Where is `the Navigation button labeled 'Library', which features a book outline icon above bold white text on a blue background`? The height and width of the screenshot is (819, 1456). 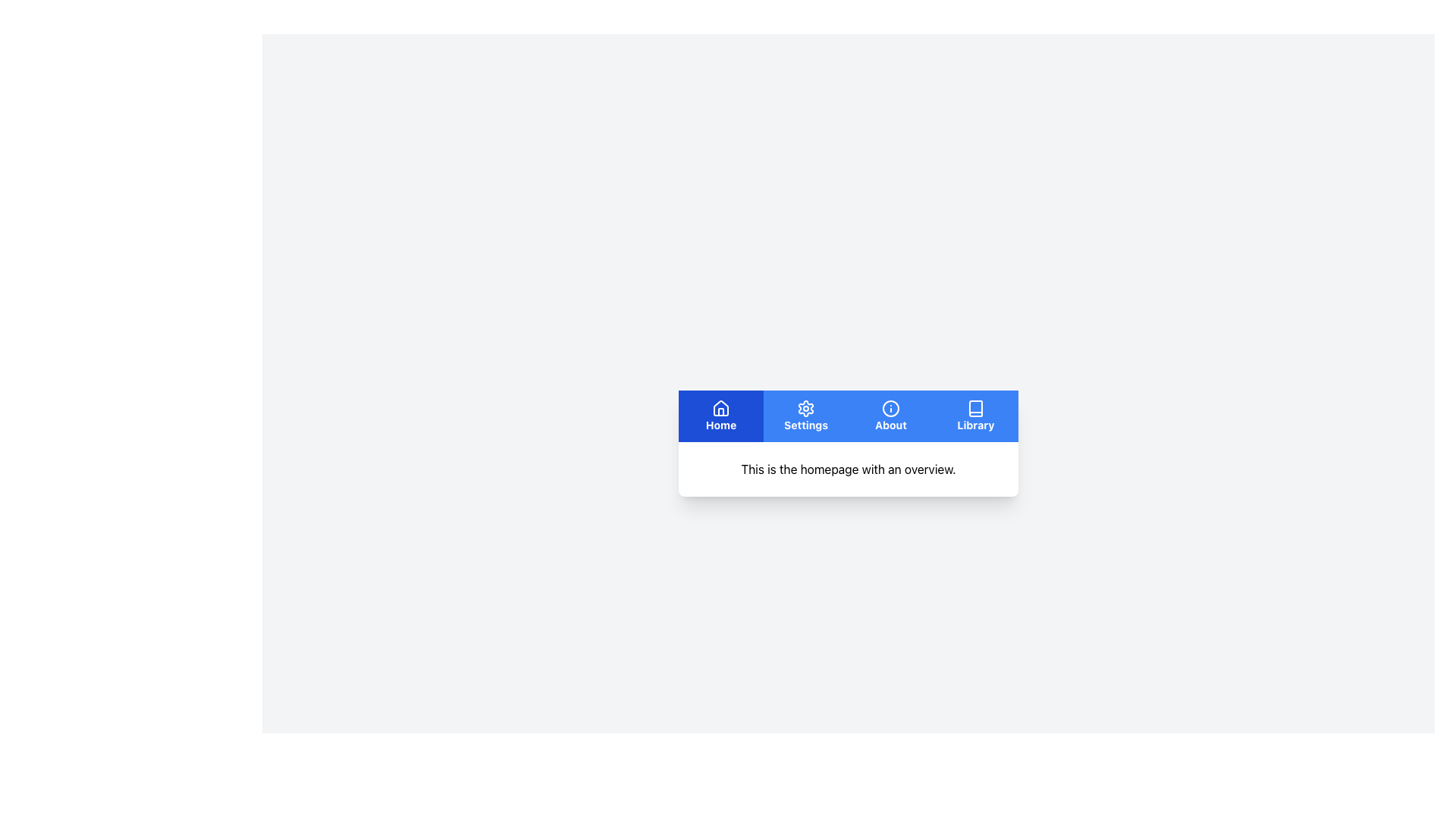 the Navigation button labeled 'Library', which features a book outline icon above bold white text on a blue background is located at coordinates (975, 416).